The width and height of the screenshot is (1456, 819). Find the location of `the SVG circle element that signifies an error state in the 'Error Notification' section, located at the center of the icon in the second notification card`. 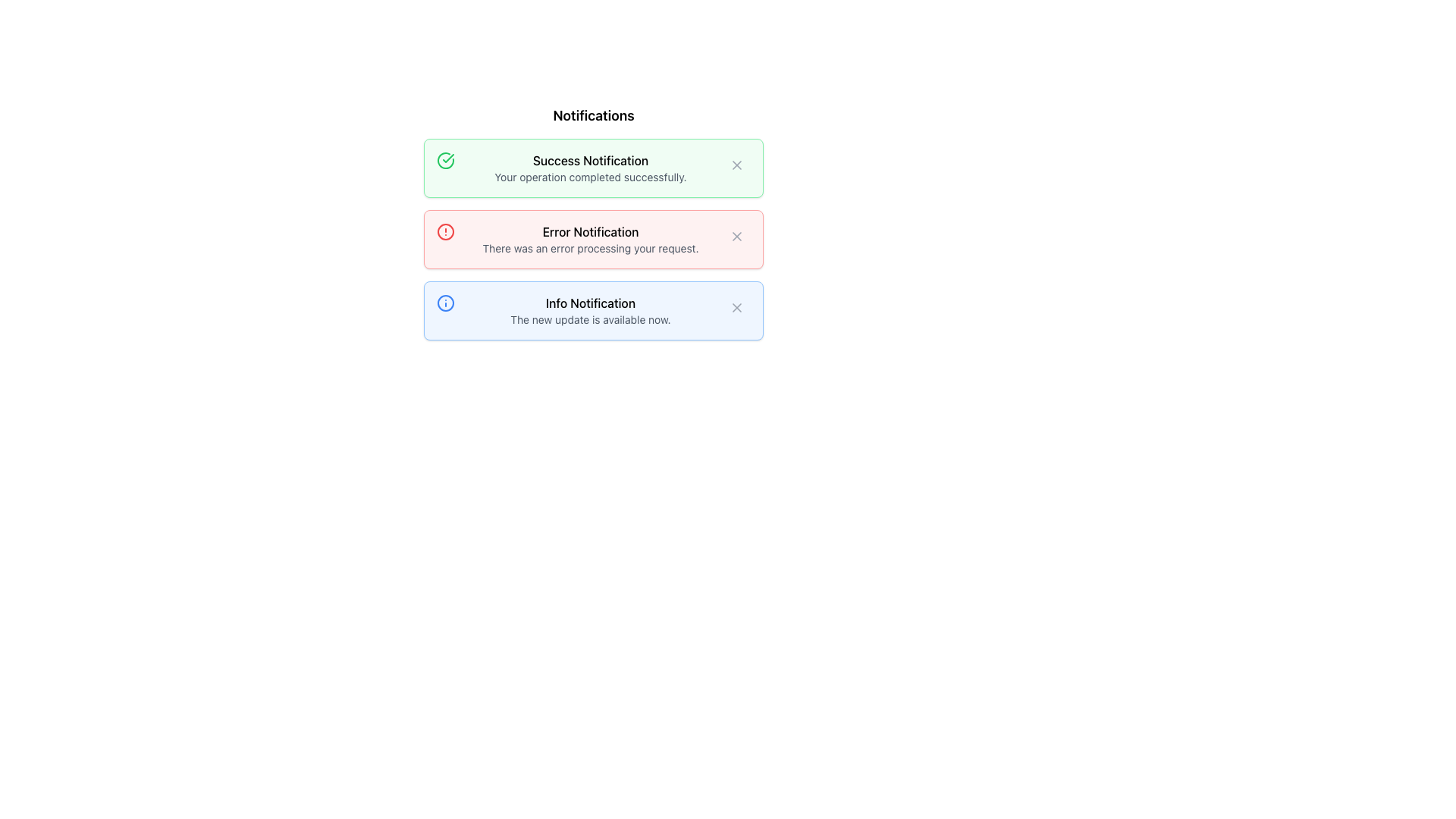

the SVG circle element that signifies an error state in the 'Error Notification' section, located at the center of the icon in the second notification card is located at coordinates (445, 231).